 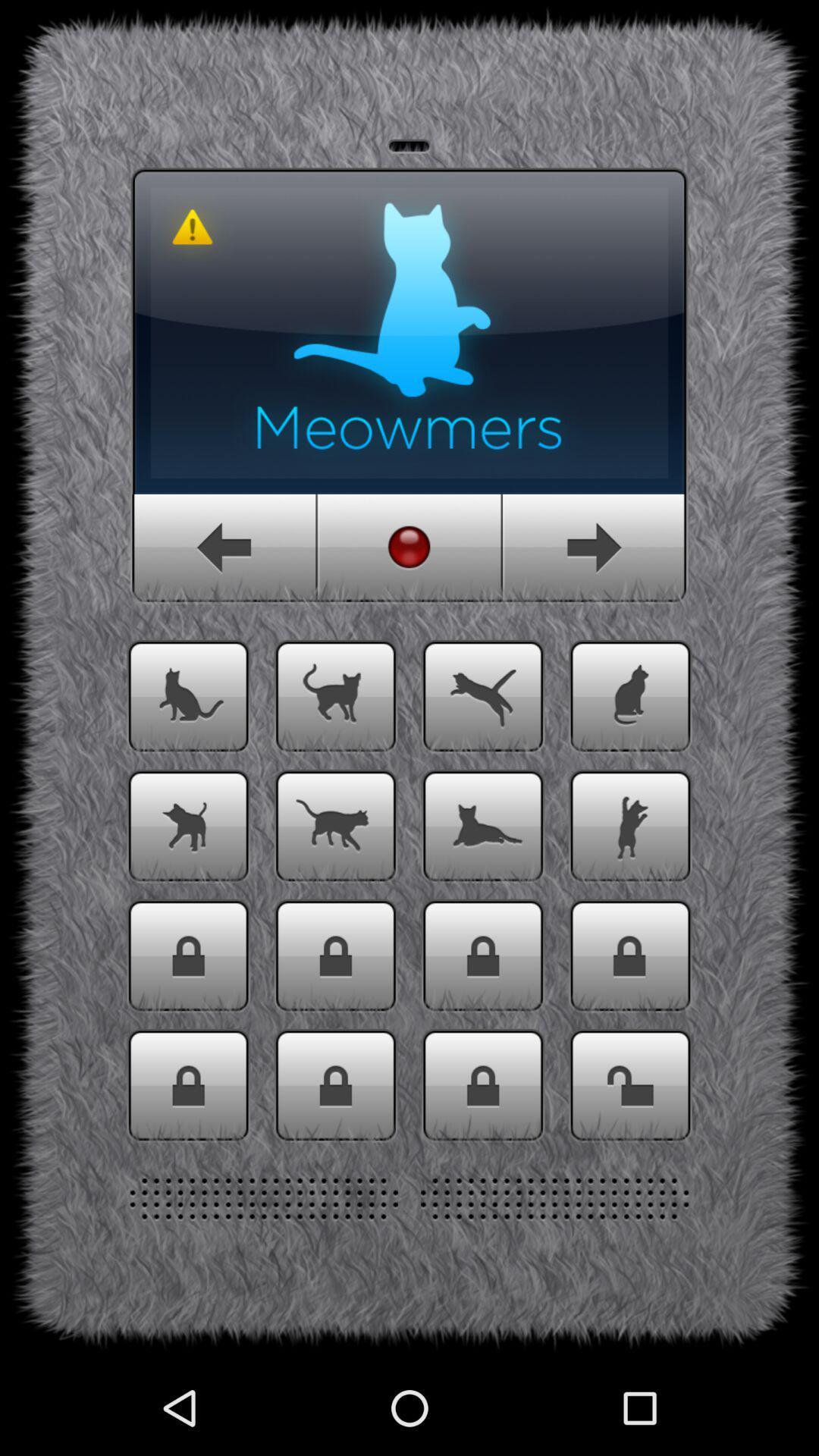 What do you see at coordinates (187, 1169) in the screenshot?
I see `the lock icon` at bounding box center [187, 1169].